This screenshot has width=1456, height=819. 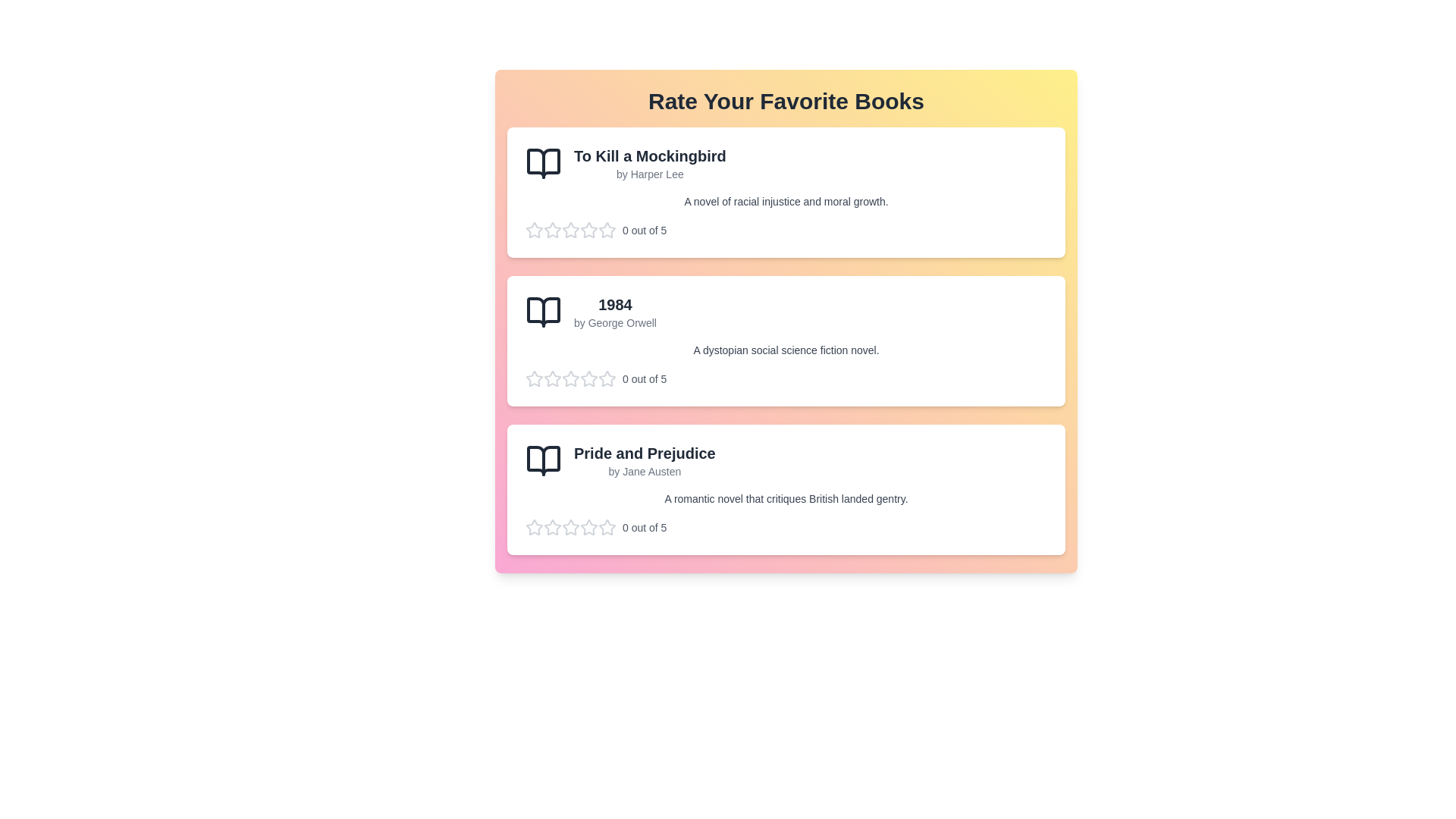 What do you see at coordinates (650, 164) in the screenshot?
I see `the text block that displays the title and author information for the book 'To Kill a Mockingbird', located within the first card-like section of the vertically stacked list of book cards` at bounding box center [650, 164].